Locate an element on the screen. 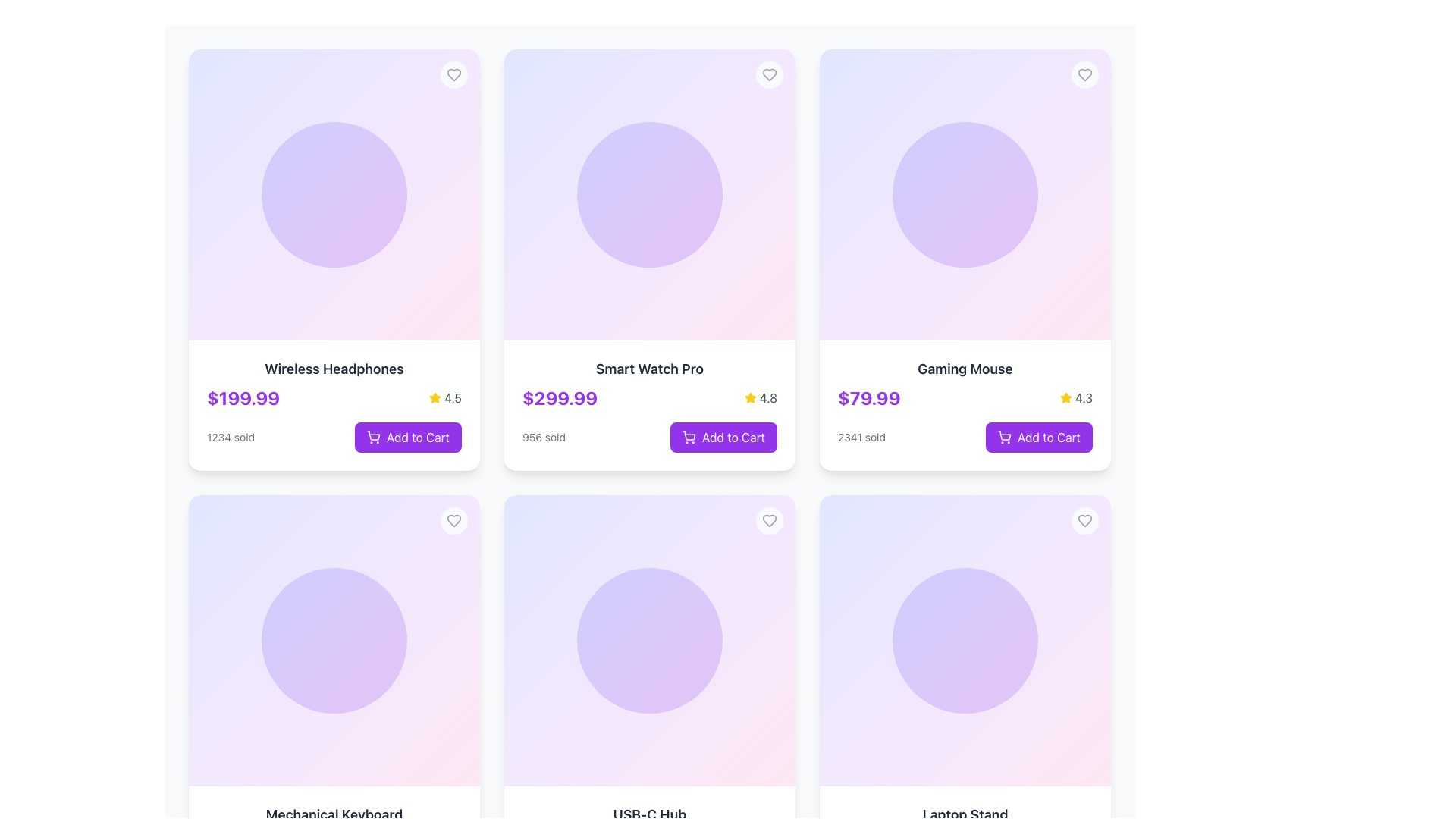 This screenshot has width=1456, height=819. the circular gradient Decorative Shape located at the center of the Wireless Headphones product card, which transitions from indigo to purple is located at coordinates (334, 194).